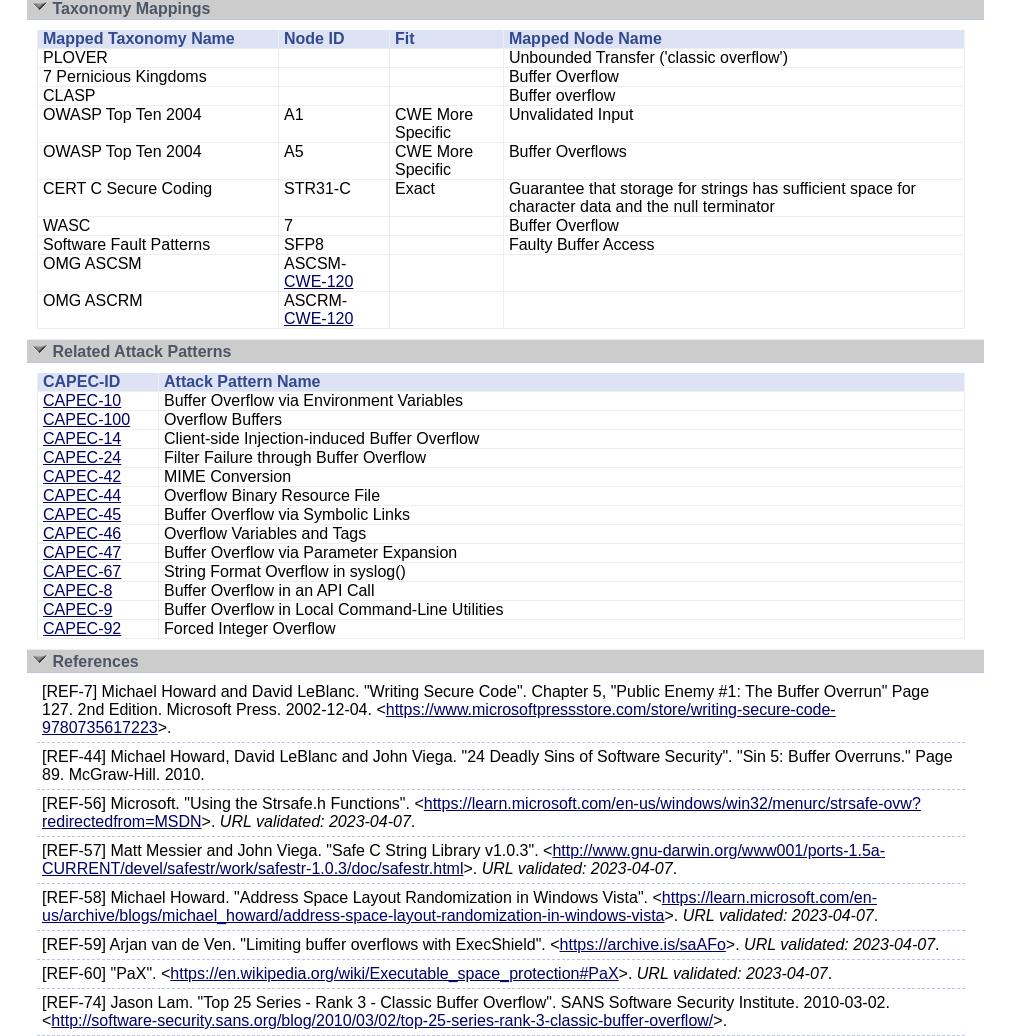  What do you see at coordinates (249, 628) in the screenshot?
I see `'Forced Integer Overflow'` at bounding box center [249, 628].